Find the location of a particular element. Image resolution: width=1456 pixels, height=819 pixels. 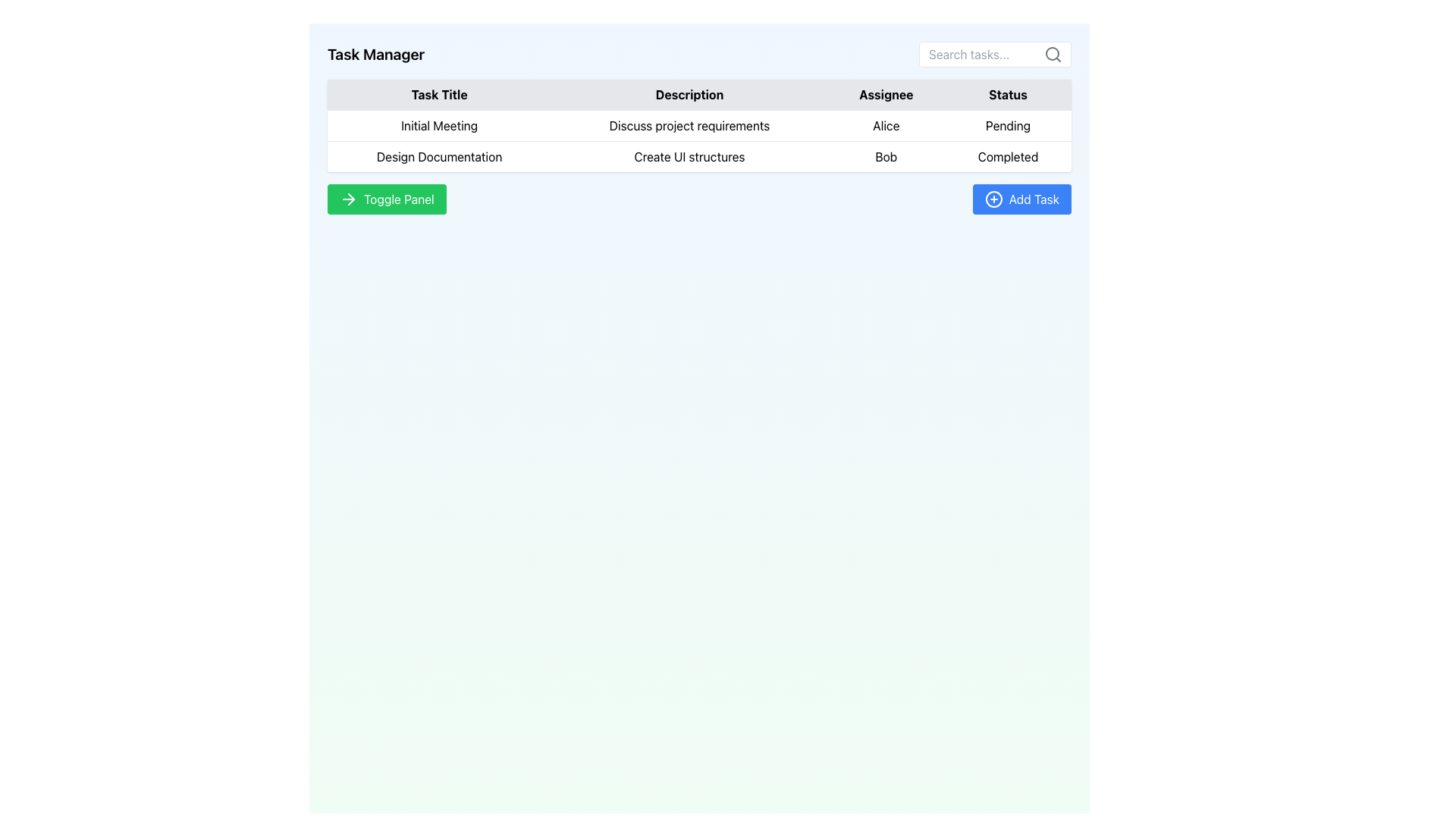

the 'Add Task' button which contains the decorative SVG Circle Element located in the bottom-right part of the interface is located at coordinates (993, 198).